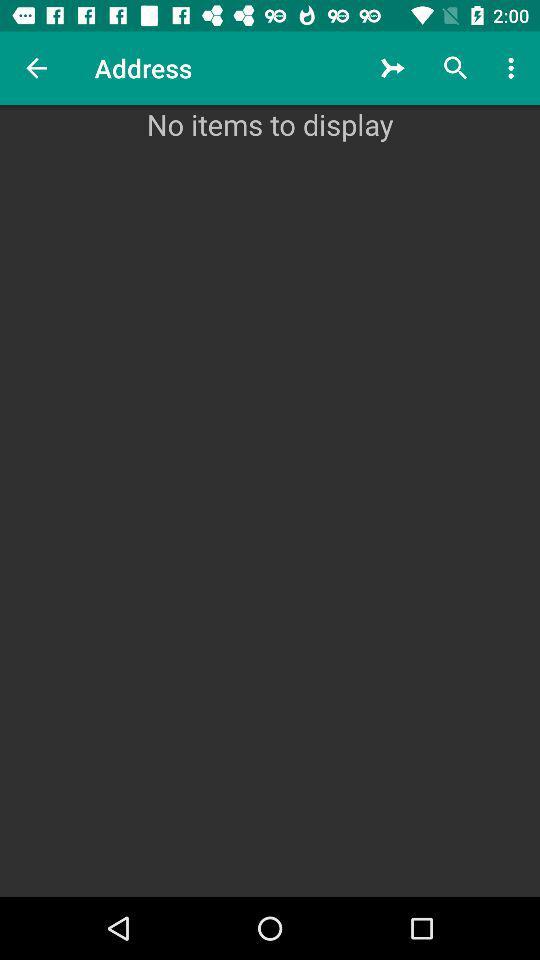  What do you see at coordinates (36, 68) in the screenshot?
I see `the item next to the address` at bounding box center [36, 68].